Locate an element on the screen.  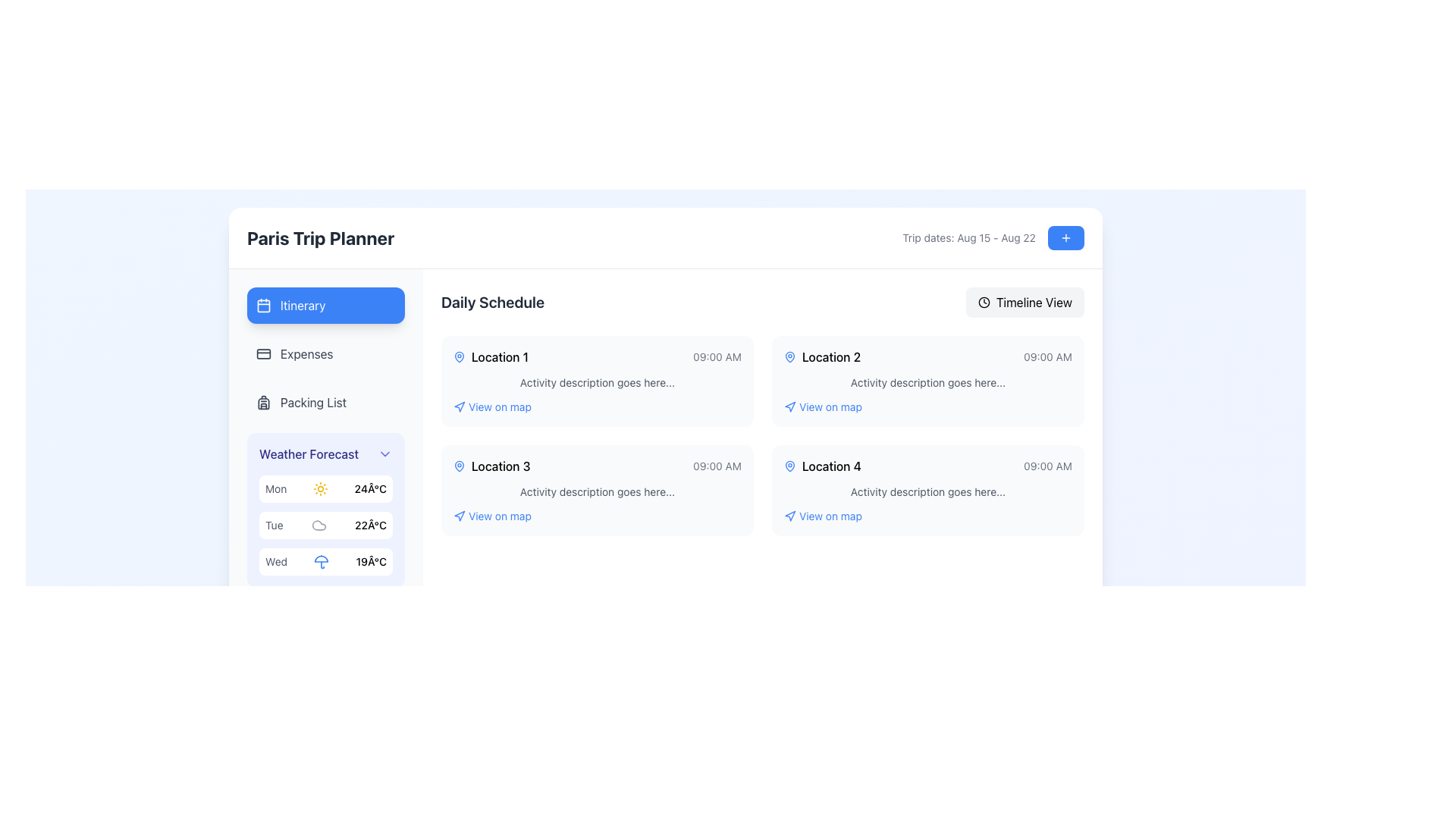
the 'View on map' text link for 'Location 3' is located at coordinates (500, 516).